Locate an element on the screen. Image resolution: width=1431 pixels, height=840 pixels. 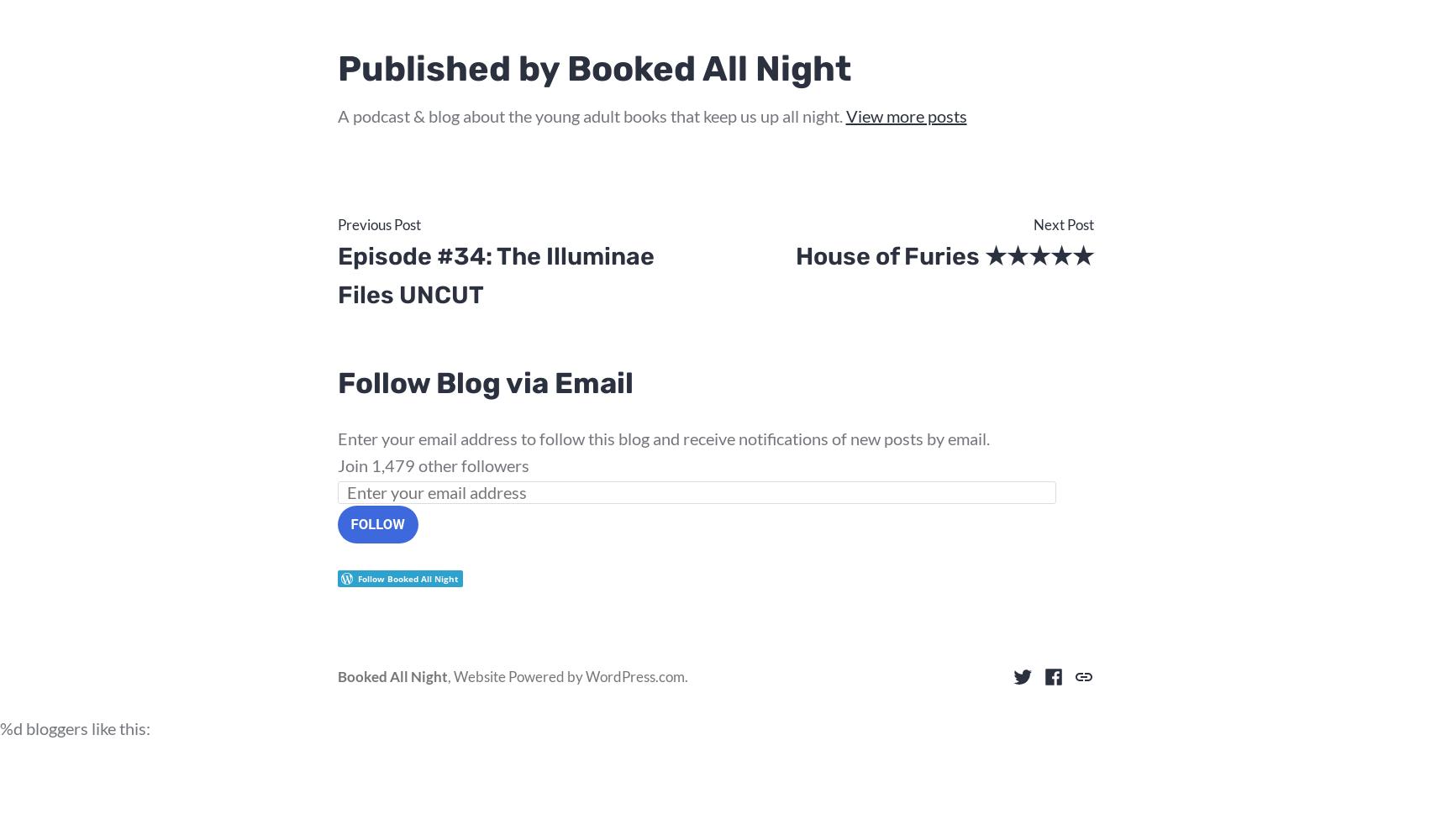
'Published by Booked All Night' is located at coordinates (337, 67).